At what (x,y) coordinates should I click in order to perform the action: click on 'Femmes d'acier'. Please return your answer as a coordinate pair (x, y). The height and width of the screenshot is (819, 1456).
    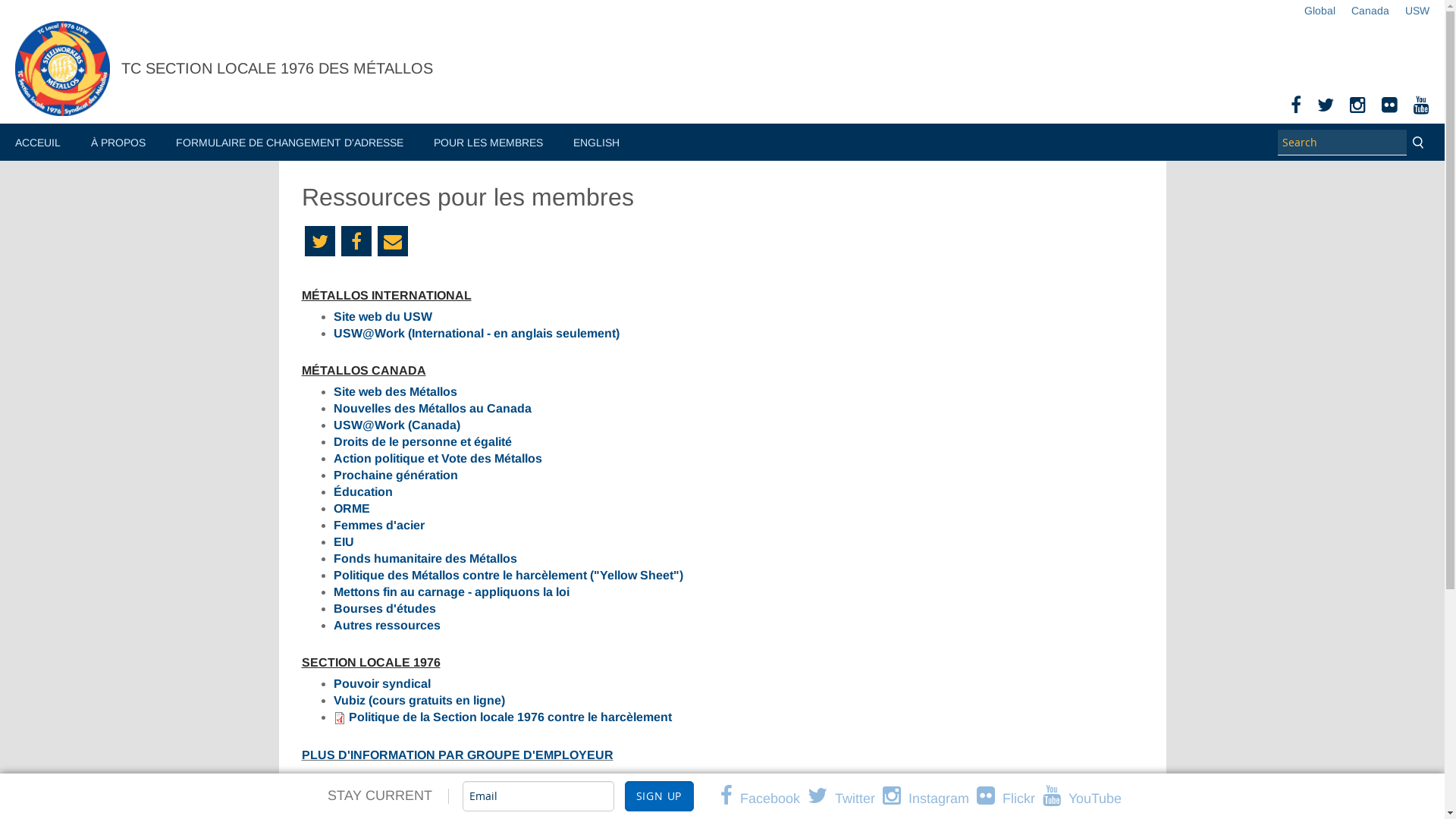
    Looking at the image, I should click on (378, 524).